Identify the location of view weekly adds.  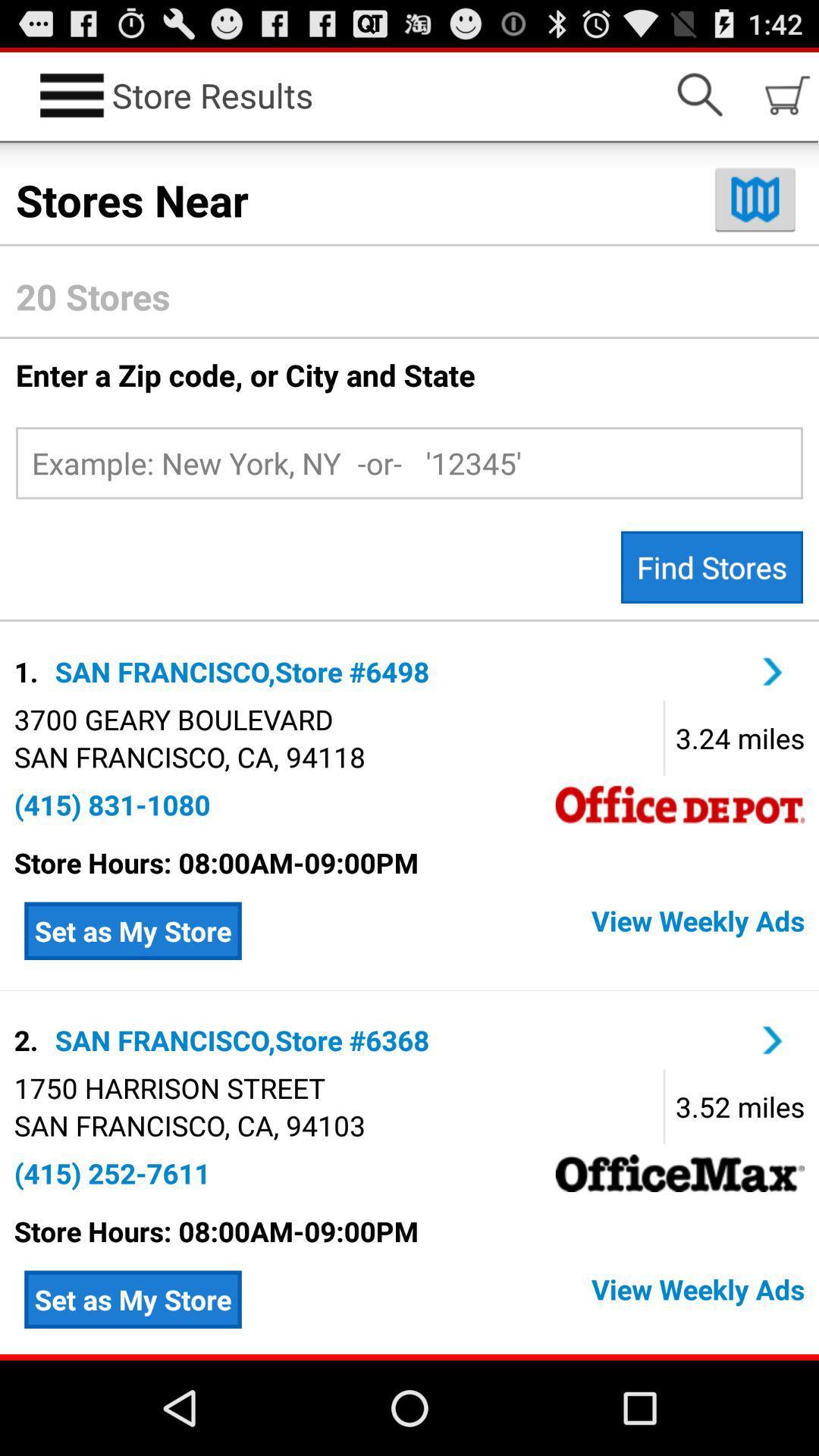
(527, 1298).